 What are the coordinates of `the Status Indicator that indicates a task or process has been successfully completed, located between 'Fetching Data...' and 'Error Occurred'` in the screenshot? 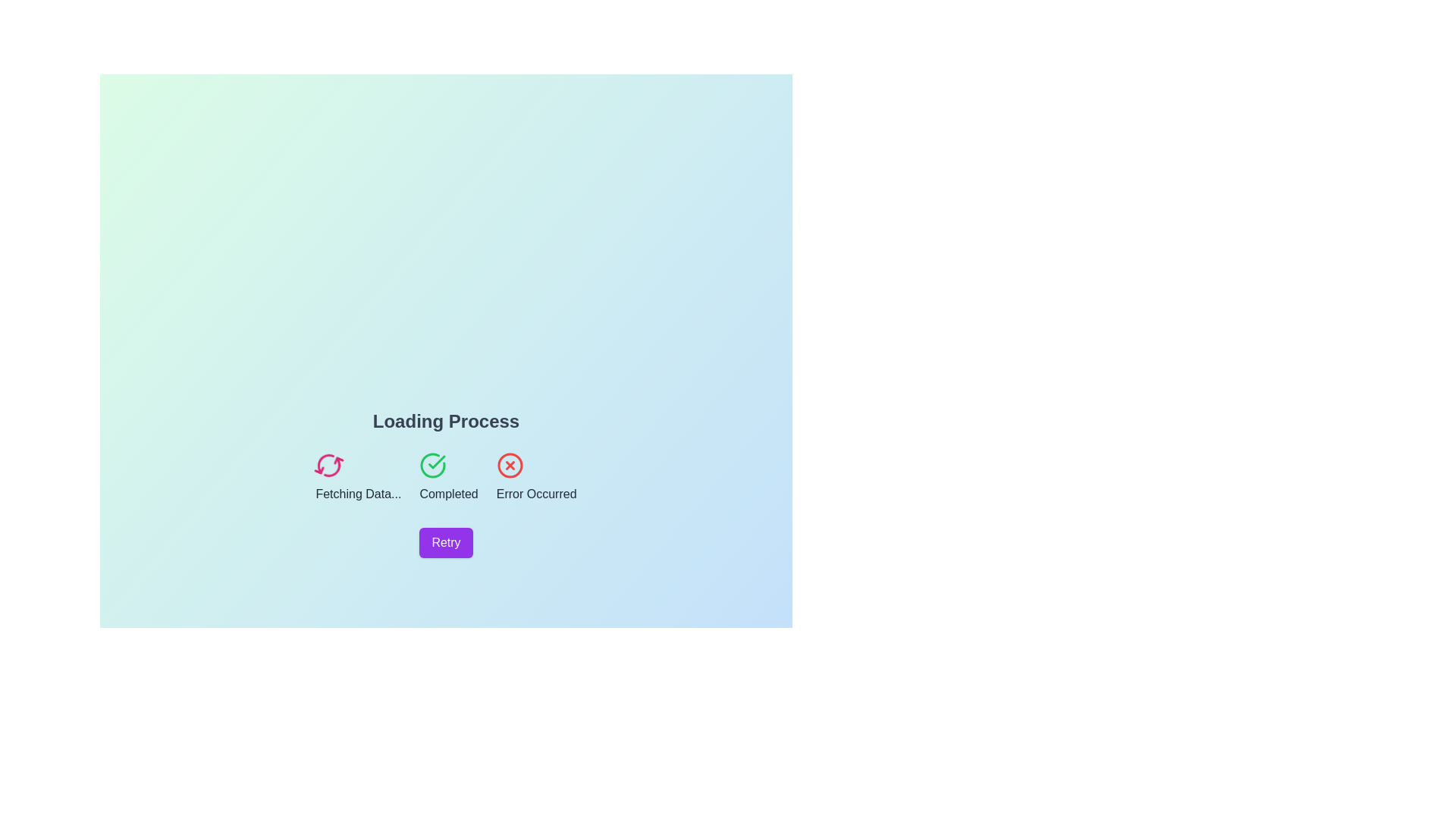 It's located at (448, 476).